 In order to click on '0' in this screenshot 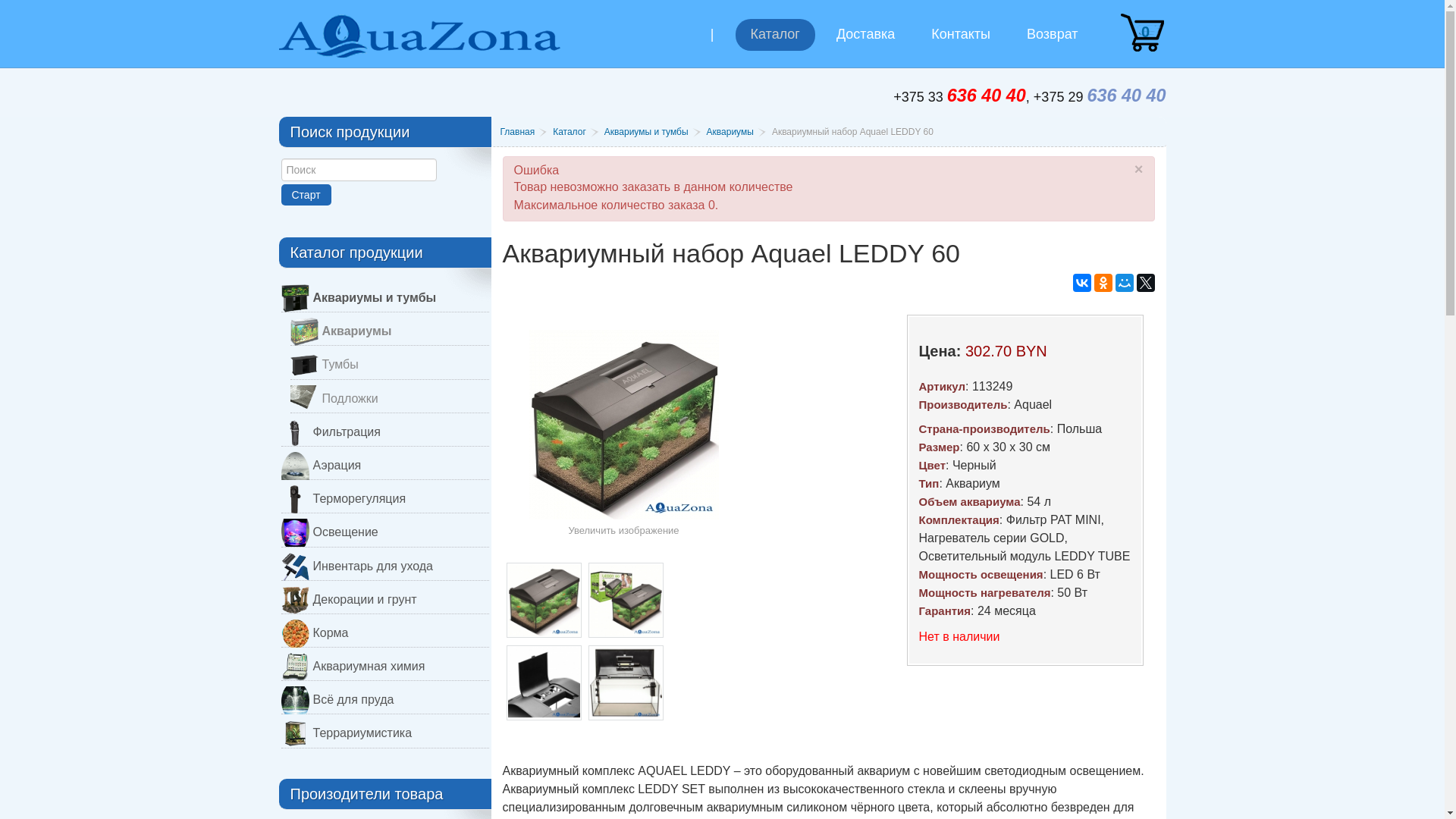, I will do `click(1117, 32)`.